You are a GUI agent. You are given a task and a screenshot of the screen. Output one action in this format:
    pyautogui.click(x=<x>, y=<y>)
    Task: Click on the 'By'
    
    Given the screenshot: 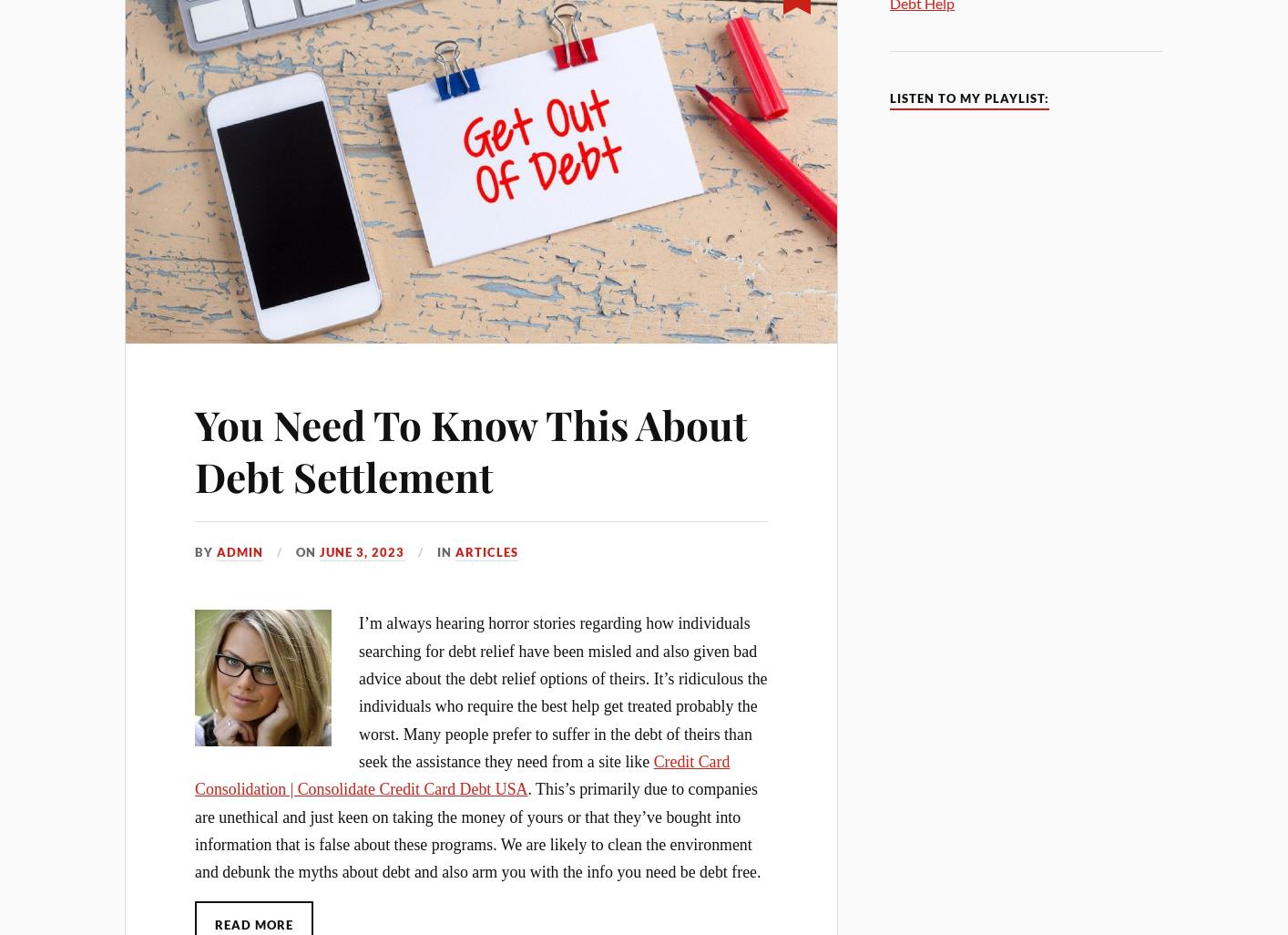 What is the action you would take?
    pyautogui.click(x=204, y=550)
    